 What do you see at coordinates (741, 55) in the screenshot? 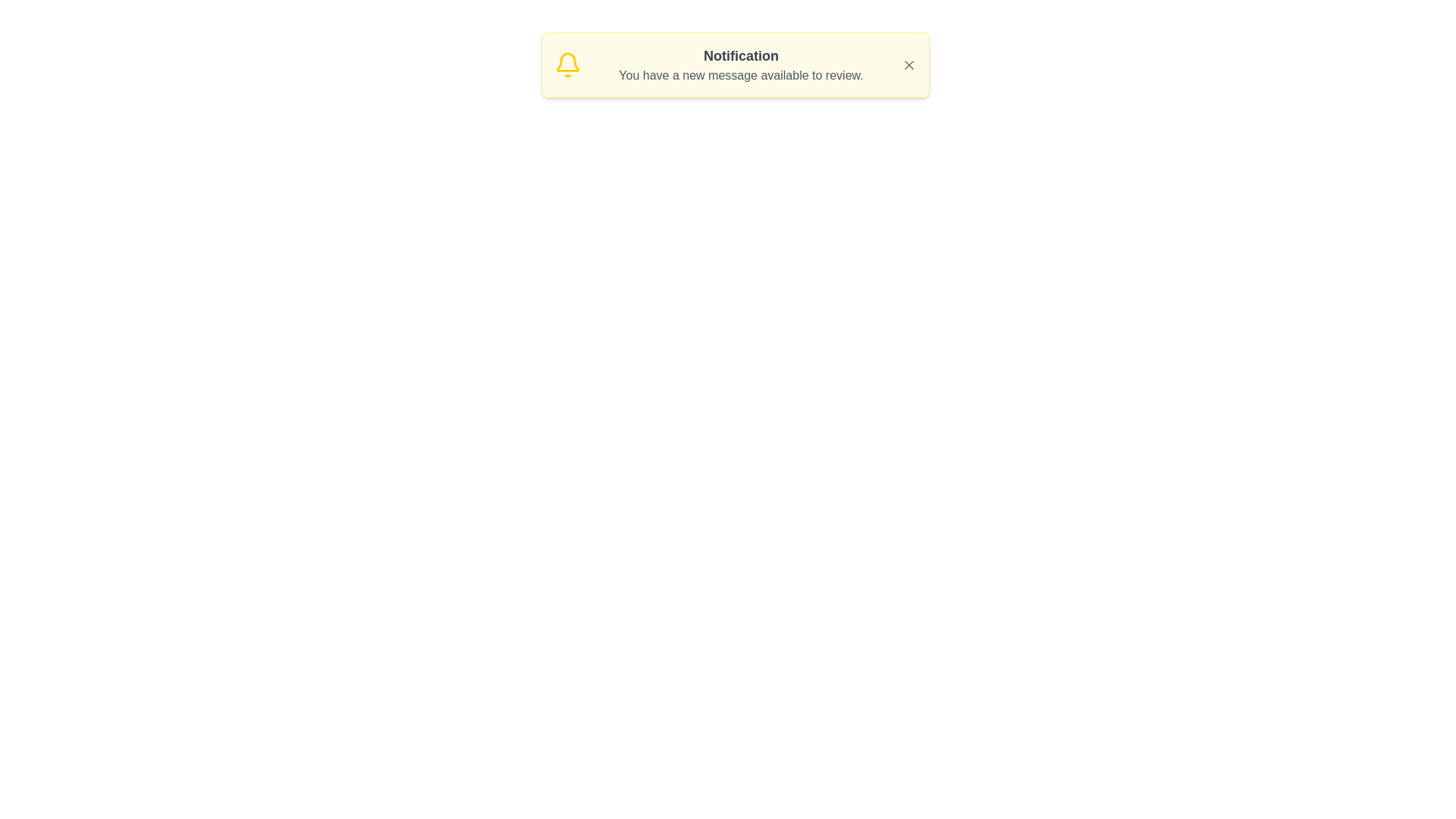
I see `the title text label of the notification card that indicates the purpose of the notification, which is located at the upper portion of the card` at bounding box center [741, 55].